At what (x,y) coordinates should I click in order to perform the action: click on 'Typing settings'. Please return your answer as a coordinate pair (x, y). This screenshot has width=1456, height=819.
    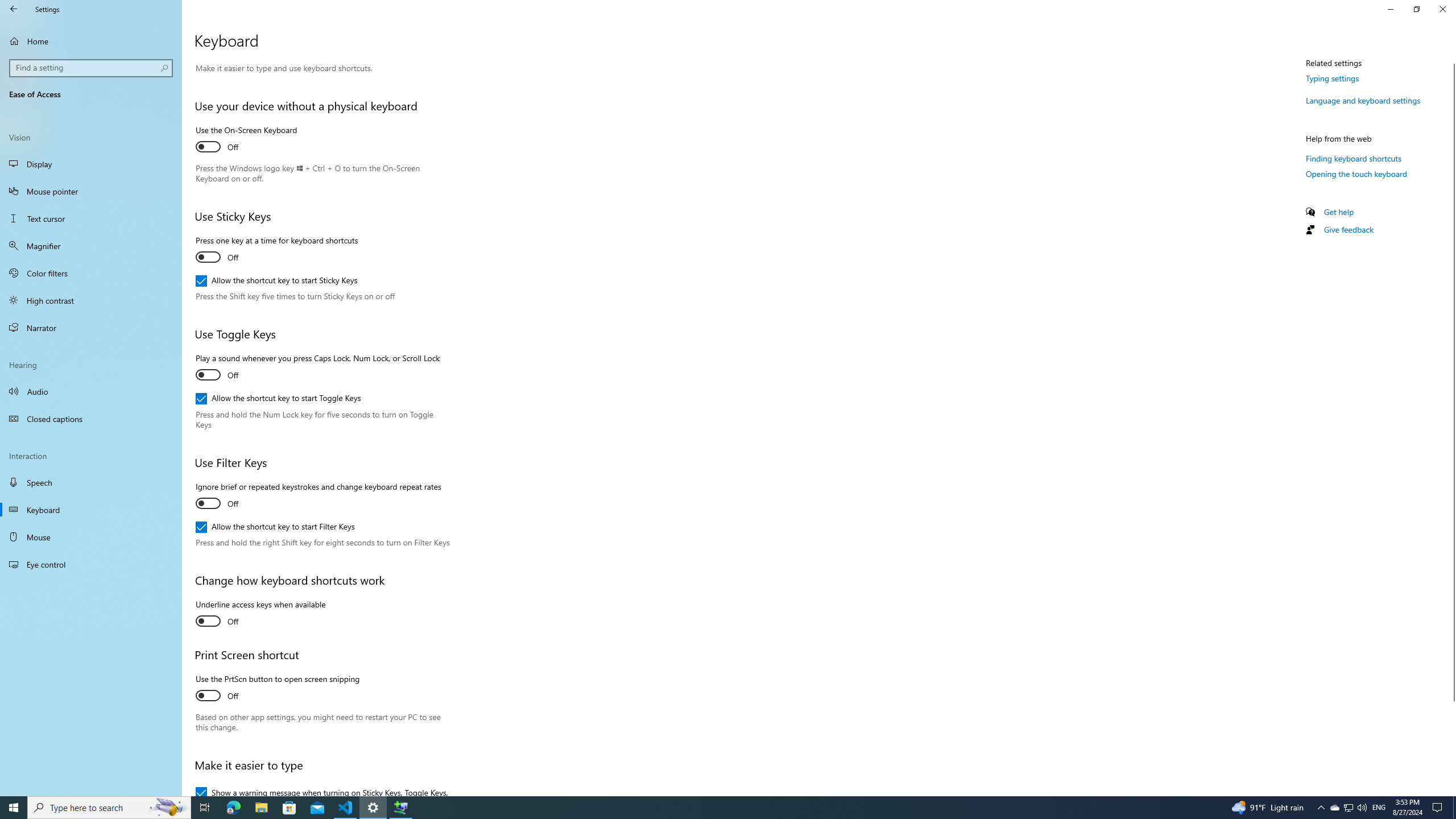
    Looking at the image, I should click on (1333, 78).